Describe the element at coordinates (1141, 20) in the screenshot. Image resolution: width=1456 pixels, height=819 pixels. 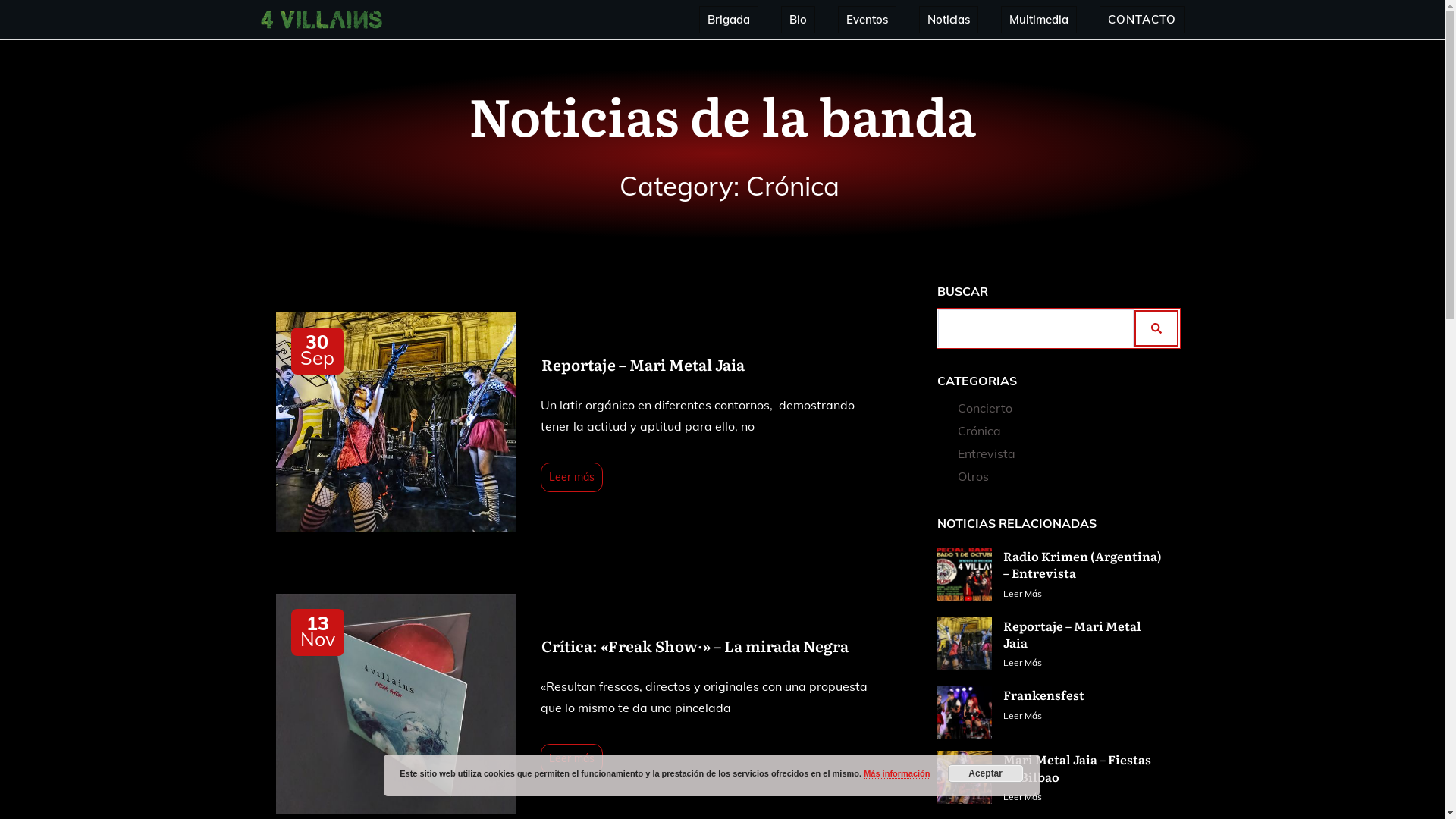
I see `'CONTACTO'` at that location.